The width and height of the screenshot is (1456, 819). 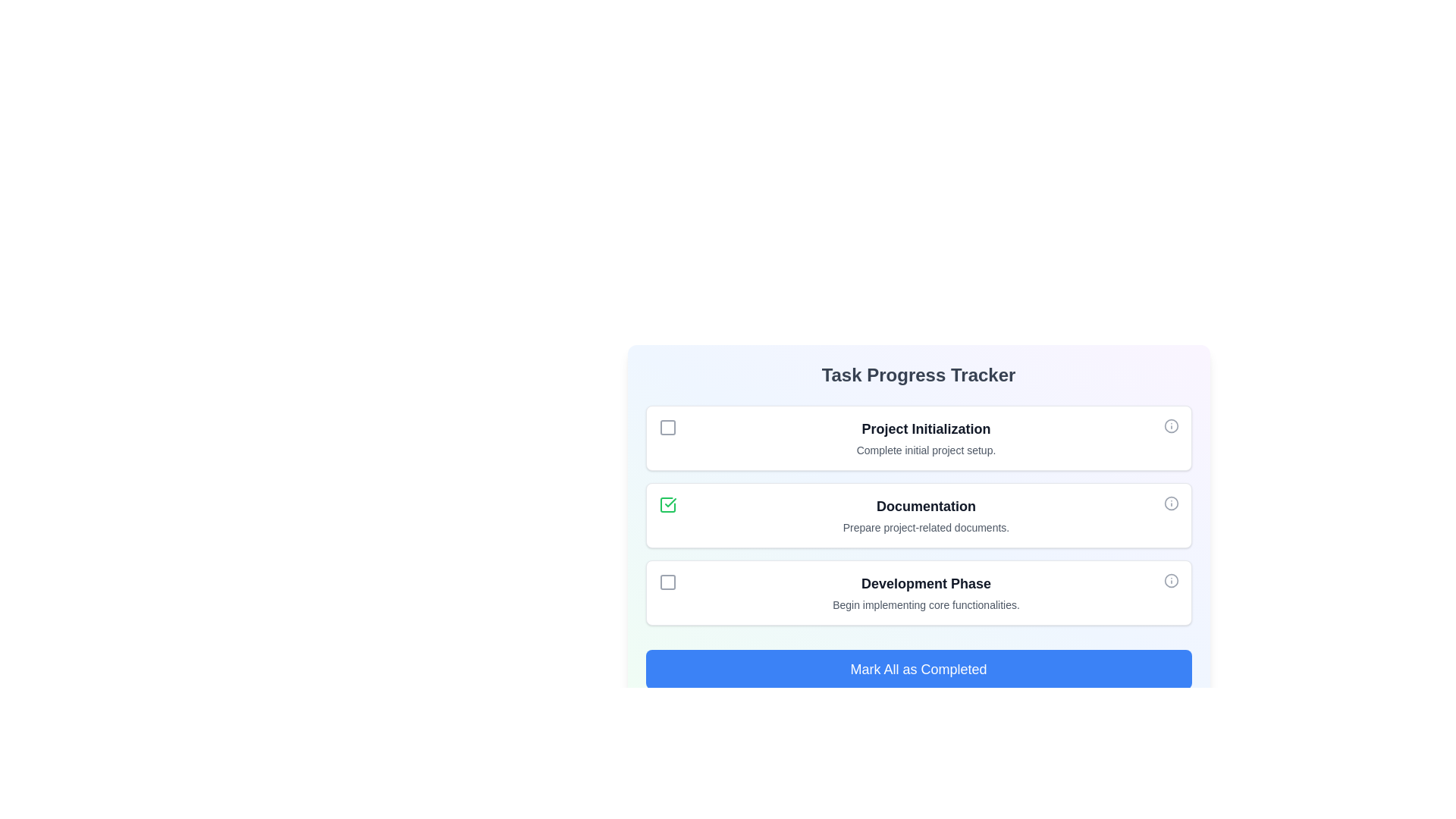 I want to click on the checkbox associated with 'Project Initialization' for visual feedback, so click(x=667, y=427).